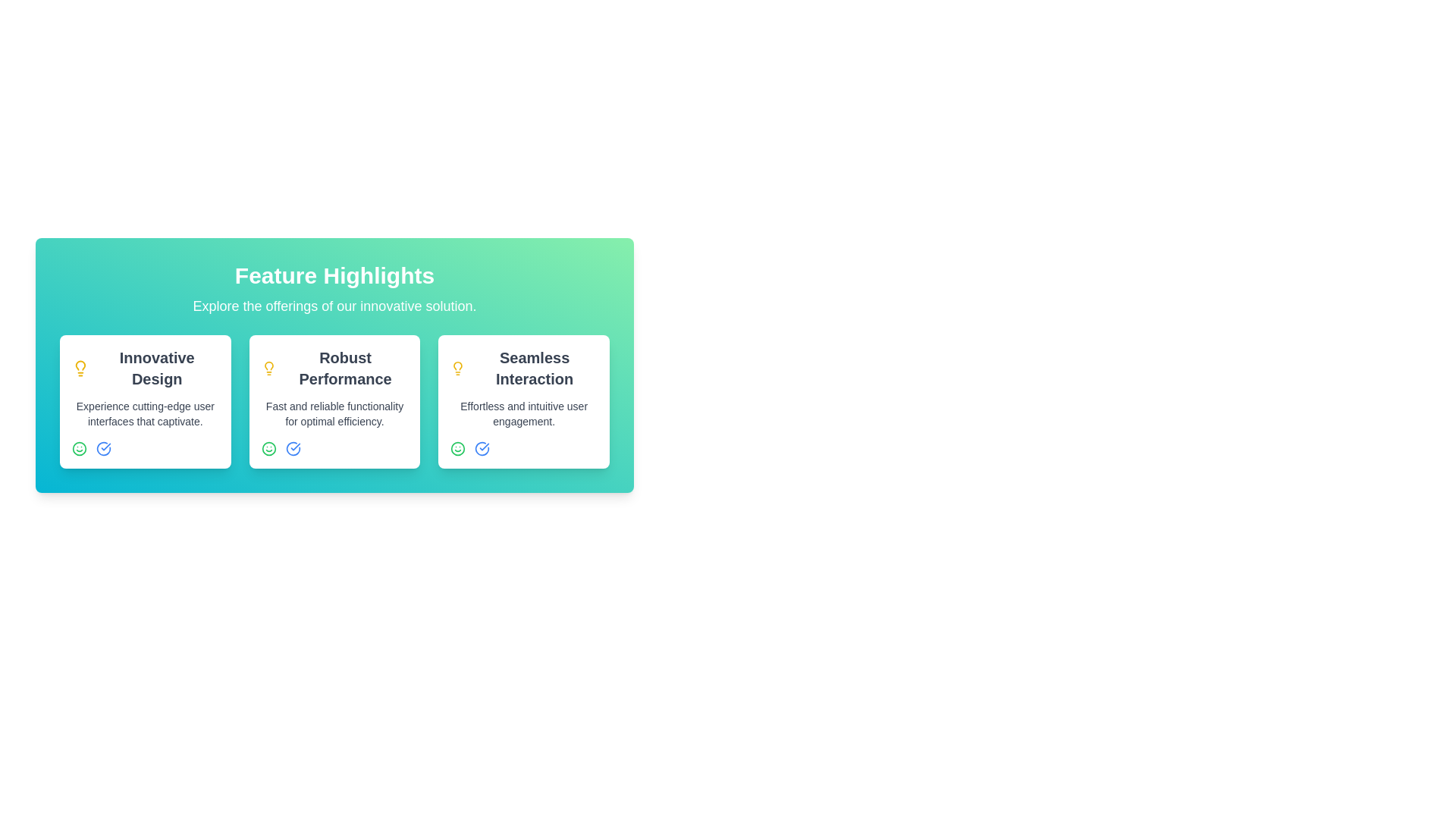 The width and height of the screenshot is (1456, 819). I want to click on the text block containing the phrase 'Fast and reliable functionality for optimal efficiency' located beneath the heading 'Robust Performance' in the middle card of three horizontally aligned cards, so click(334, 414).